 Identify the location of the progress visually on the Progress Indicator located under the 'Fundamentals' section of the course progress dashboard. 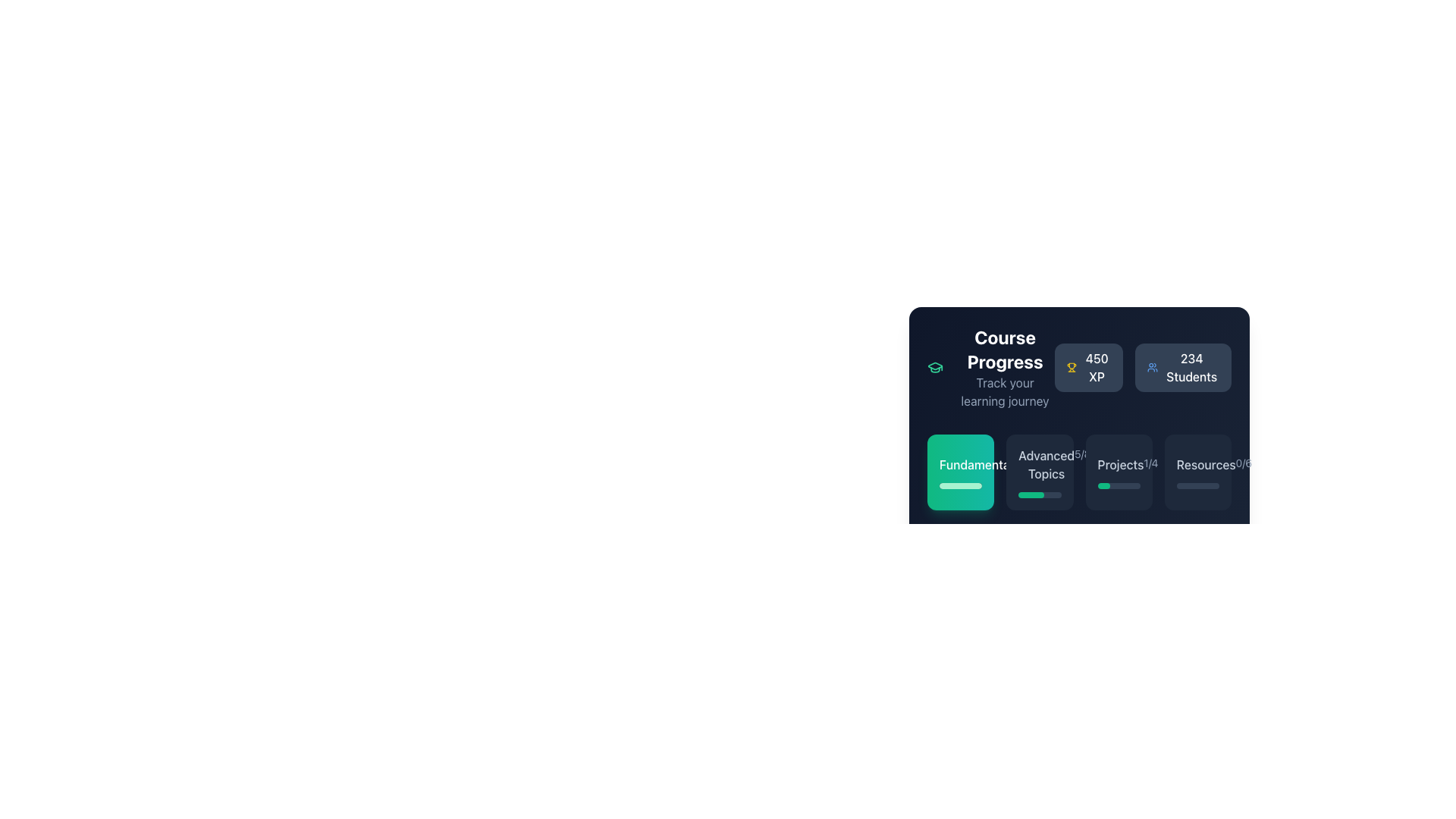
(1103, 485).